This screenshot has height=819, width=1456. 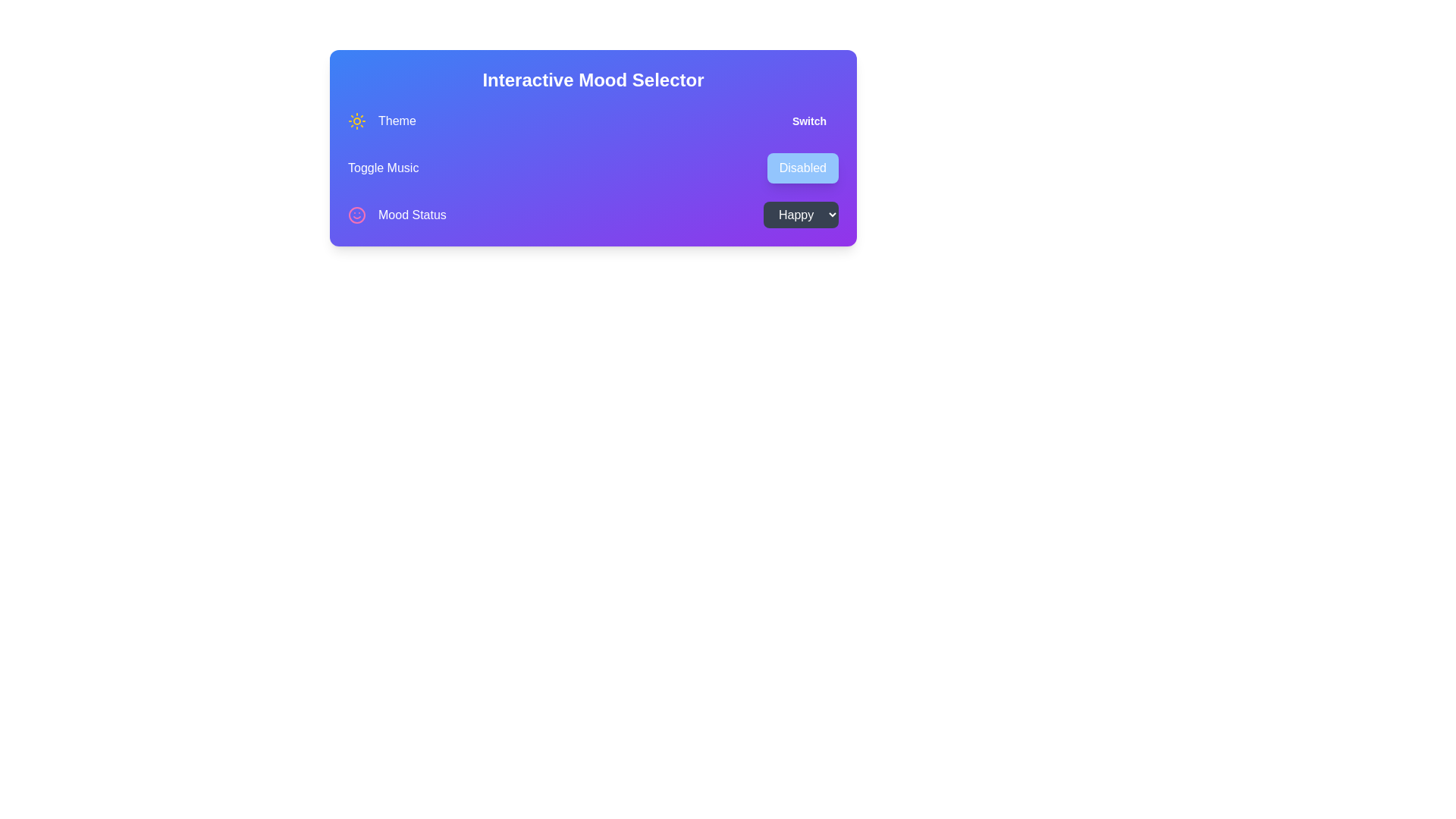 What do you see at coordinates (412, 215) in the screenshot?
I see `the 'Mood Status' text label, which is styled with a medium-weight font and located on a gradient blue and purple background, positioned to the right of a smiley face icon` at bounding box center [412, 215].